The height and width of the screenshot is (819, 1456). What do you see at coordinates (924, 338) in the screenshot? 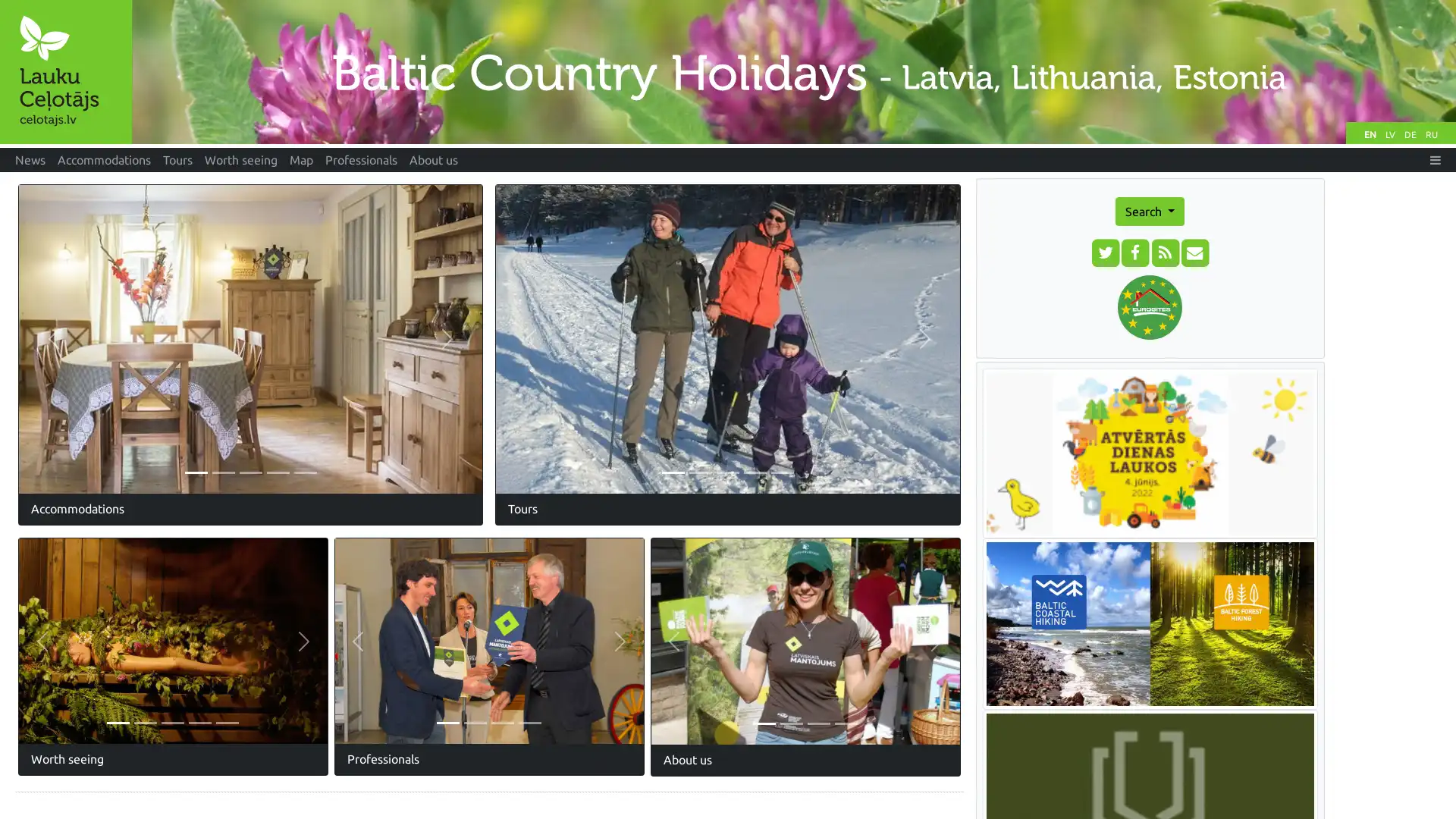
I see `Next` at bounding box center [924, 338].